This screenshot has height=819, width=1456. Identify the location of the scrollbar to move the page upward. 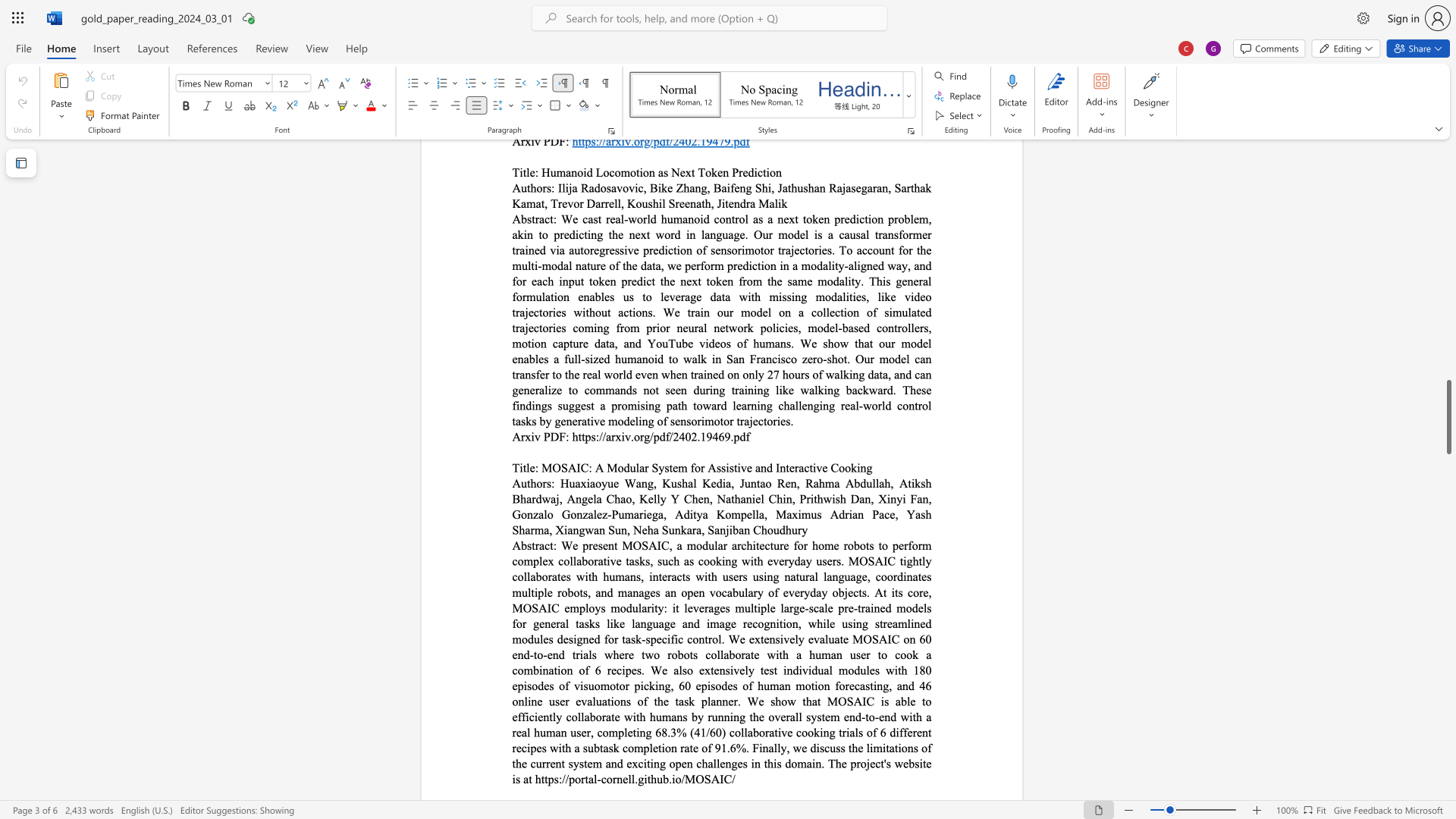
(1448, 166).